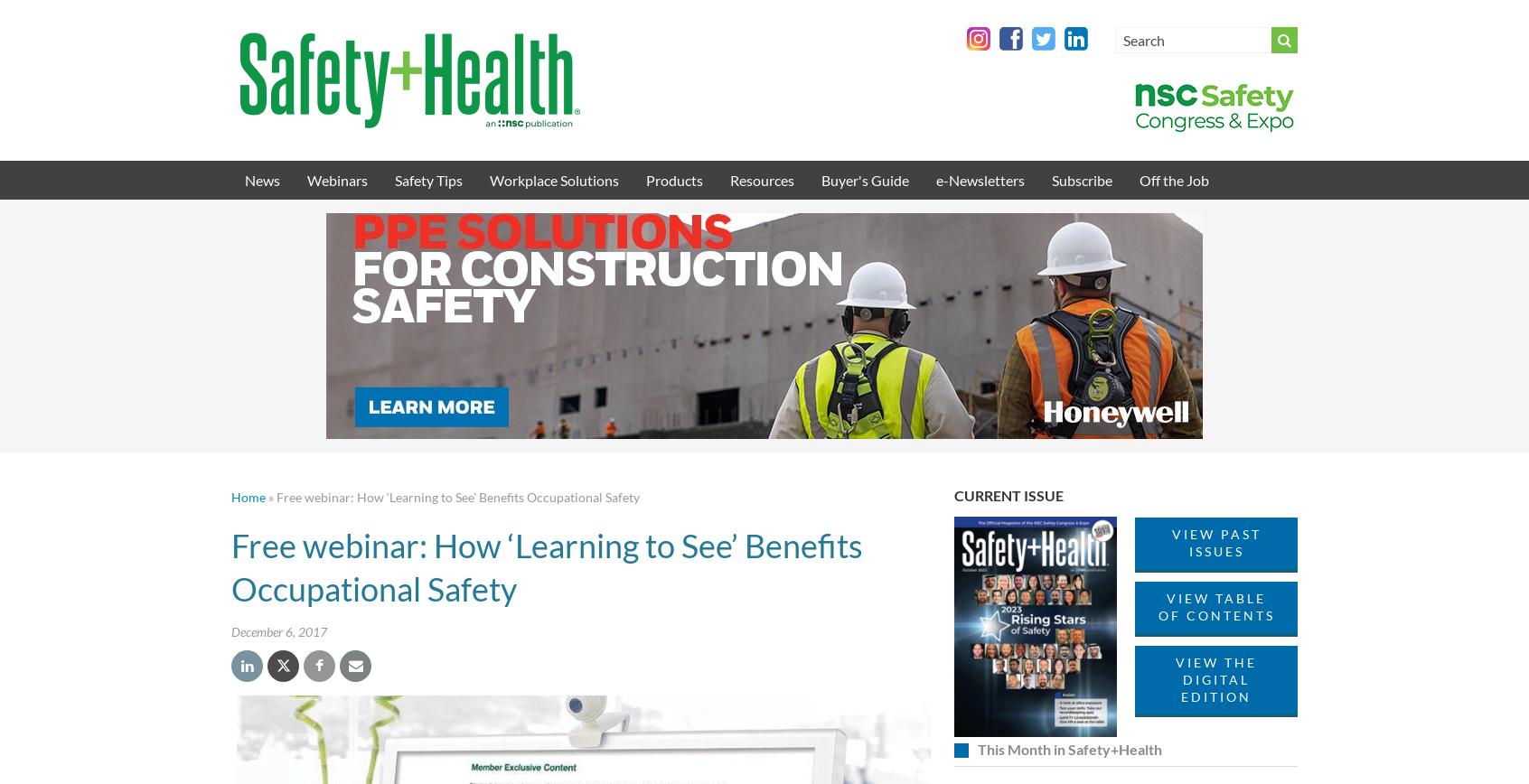 The width and height of the screenshot is (1529, 784). What do you see at coordinates (277, 630) in the screenshot?
I see `'December 6, 2017'` at bounding box center [277, 630].